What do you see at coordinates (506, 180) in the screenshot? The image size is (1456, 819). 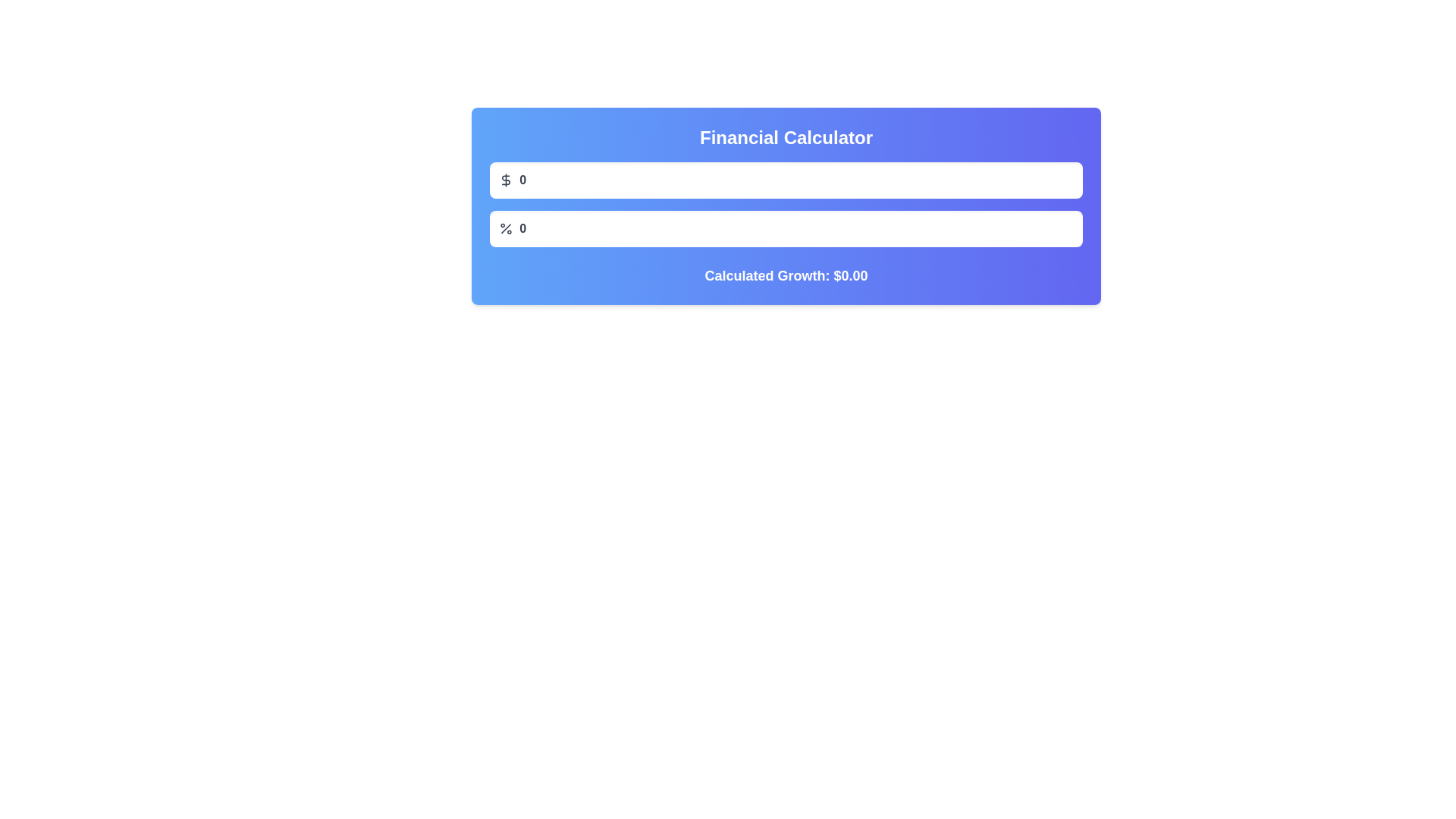 I see `the dollar sign icon styled as an SVG graphic, which is dark gray and placed to the left of the numeric input field labeled 'Enter Amount'` at bounding box center [506, 180].